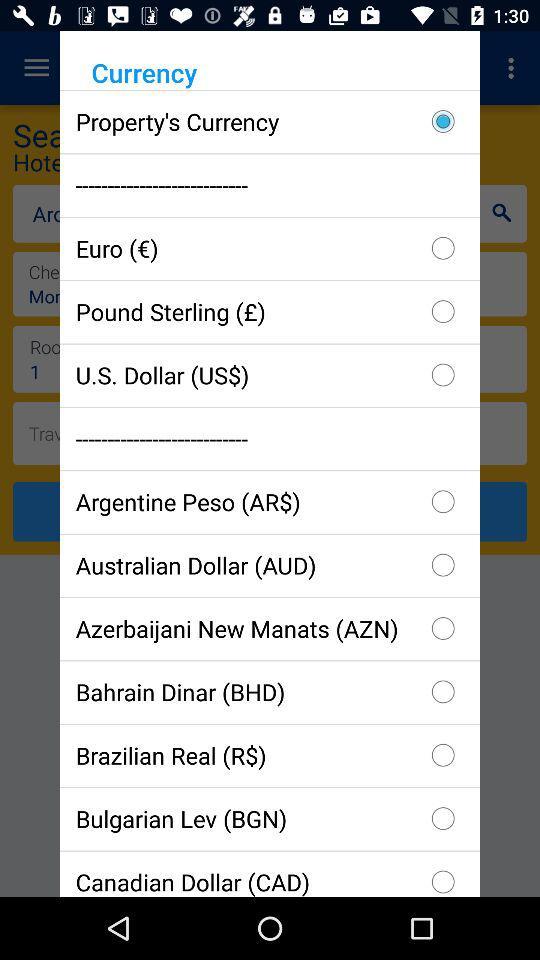 The image size is (540, 960). What do you see at coordinates (270, 247) in the screenshot?
I see `item below the --------------------------- checkbox` at bounding box center [270, 247].